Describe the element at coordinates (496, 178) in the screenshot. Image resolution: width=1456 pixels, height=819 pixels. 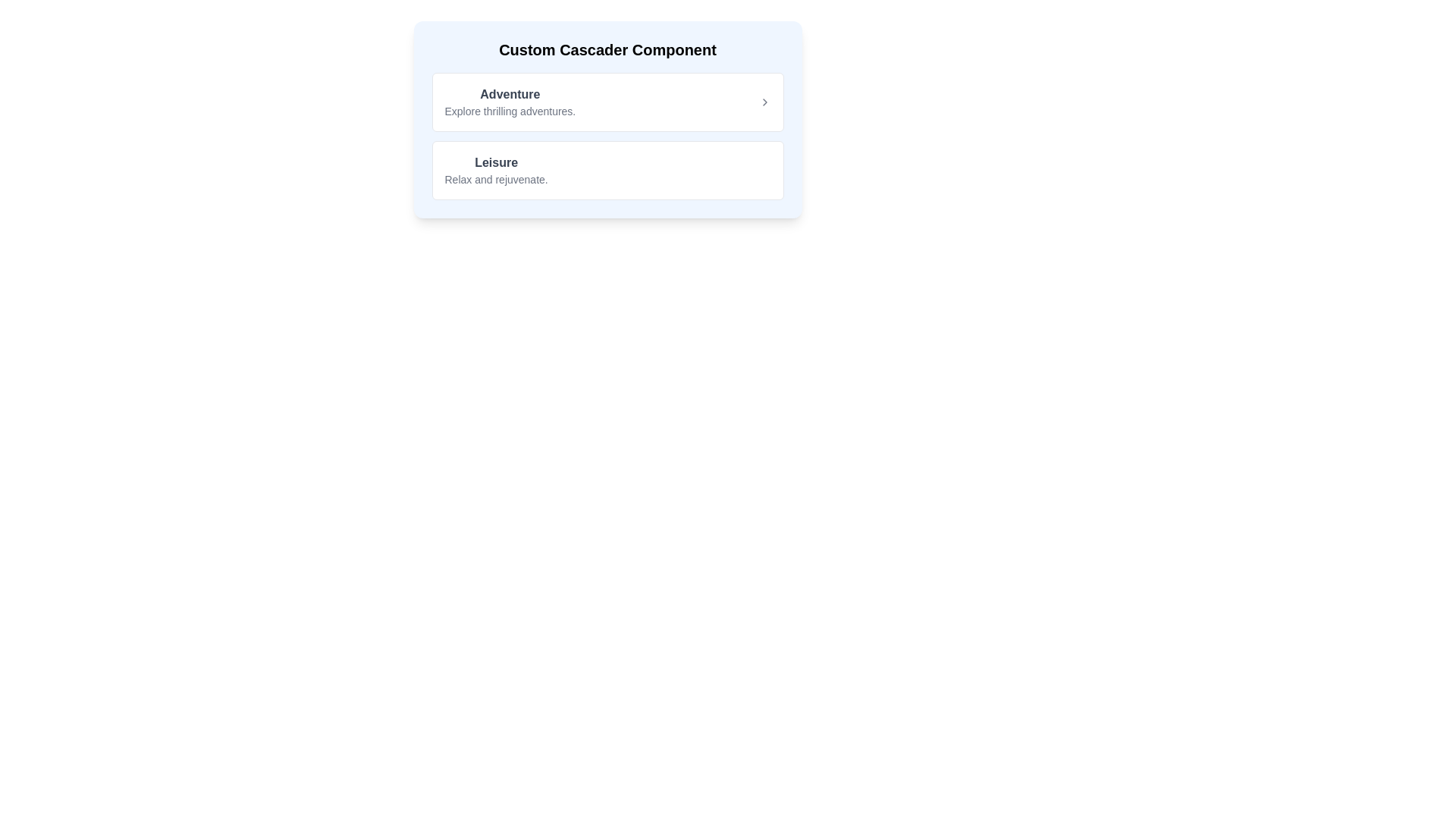
I see `the static text that serves as an informative subtitle beneath the 'Leisure' heading in the UI` at that location.